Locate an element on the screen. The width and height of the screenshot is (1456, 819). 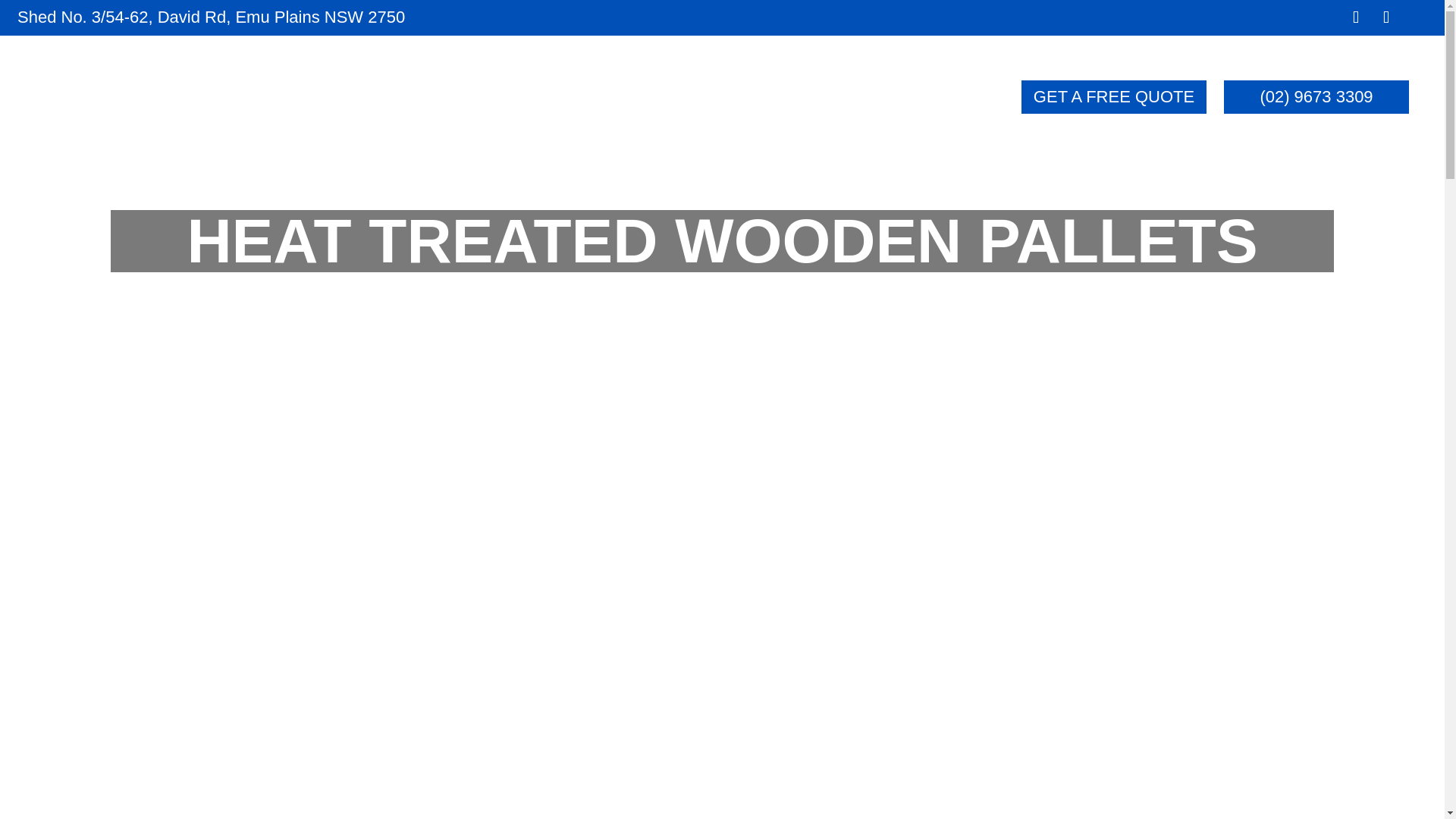
'CONTACT' is located at coordinates (900, 99).